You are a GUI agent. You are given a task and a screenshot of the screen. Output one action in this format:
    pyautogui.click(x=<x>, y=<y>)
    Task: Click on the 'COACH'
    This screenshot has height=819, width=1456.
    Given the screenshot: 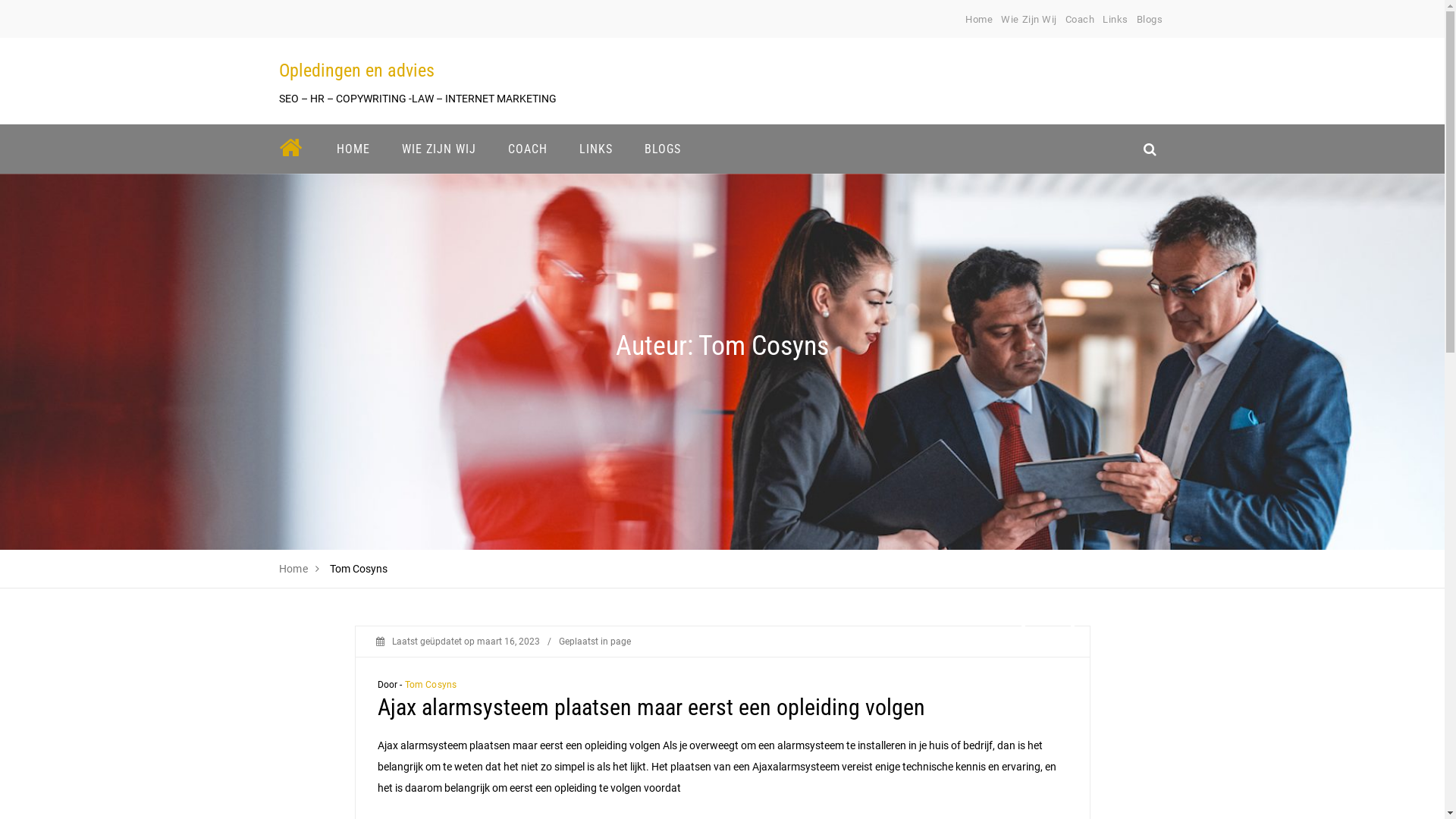 What is the action you would take?
    pyautogui.click(x=527, y=149)
    